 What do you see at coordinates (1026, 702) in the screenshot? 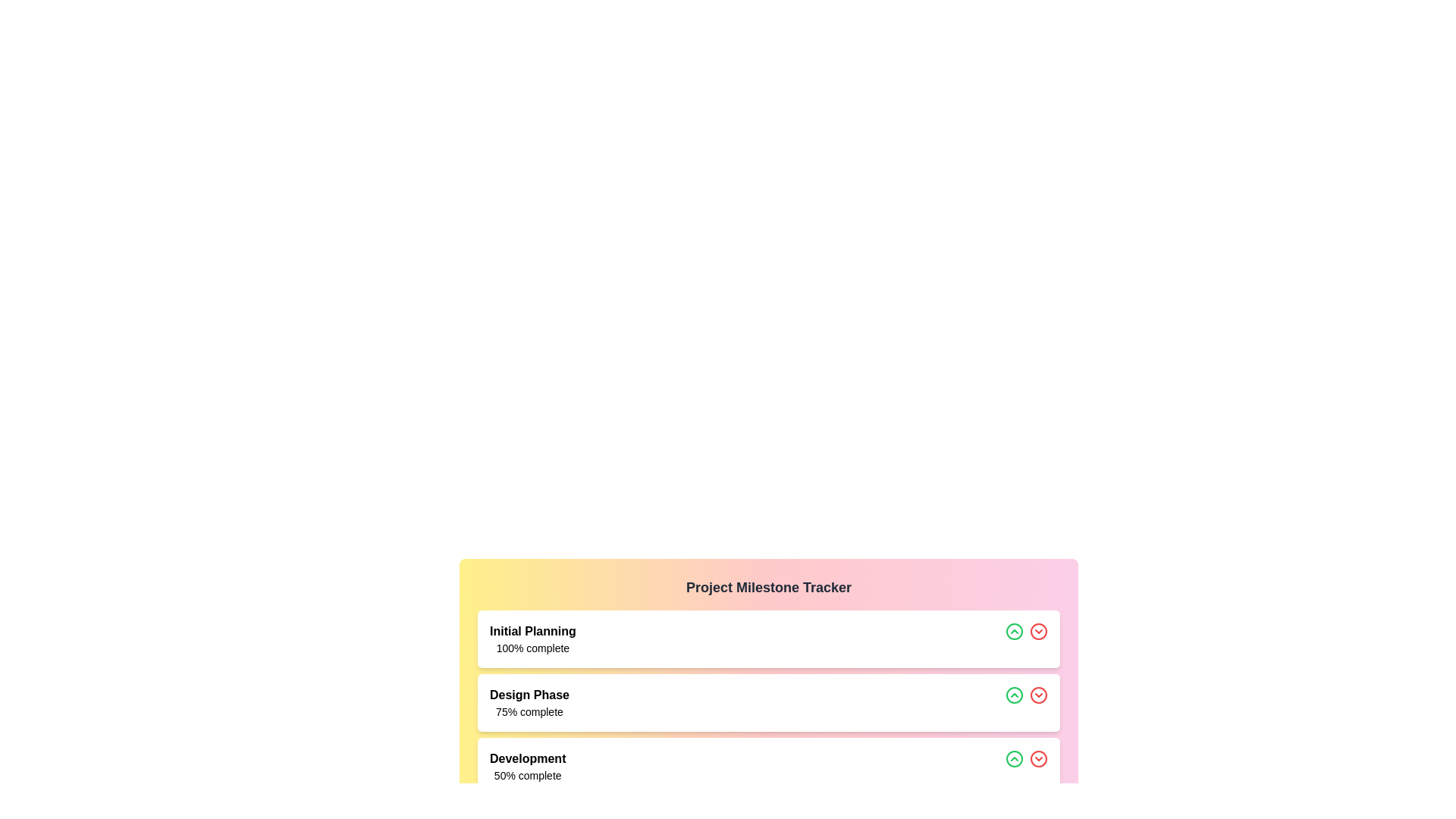
I see `the Dual-icon interactive component consisting of a green upward-pointing arrow and a red downward-pointing arrow located in the 'Design Phase' section of the milestone tracker interface` at bounding box center [1026, 702].